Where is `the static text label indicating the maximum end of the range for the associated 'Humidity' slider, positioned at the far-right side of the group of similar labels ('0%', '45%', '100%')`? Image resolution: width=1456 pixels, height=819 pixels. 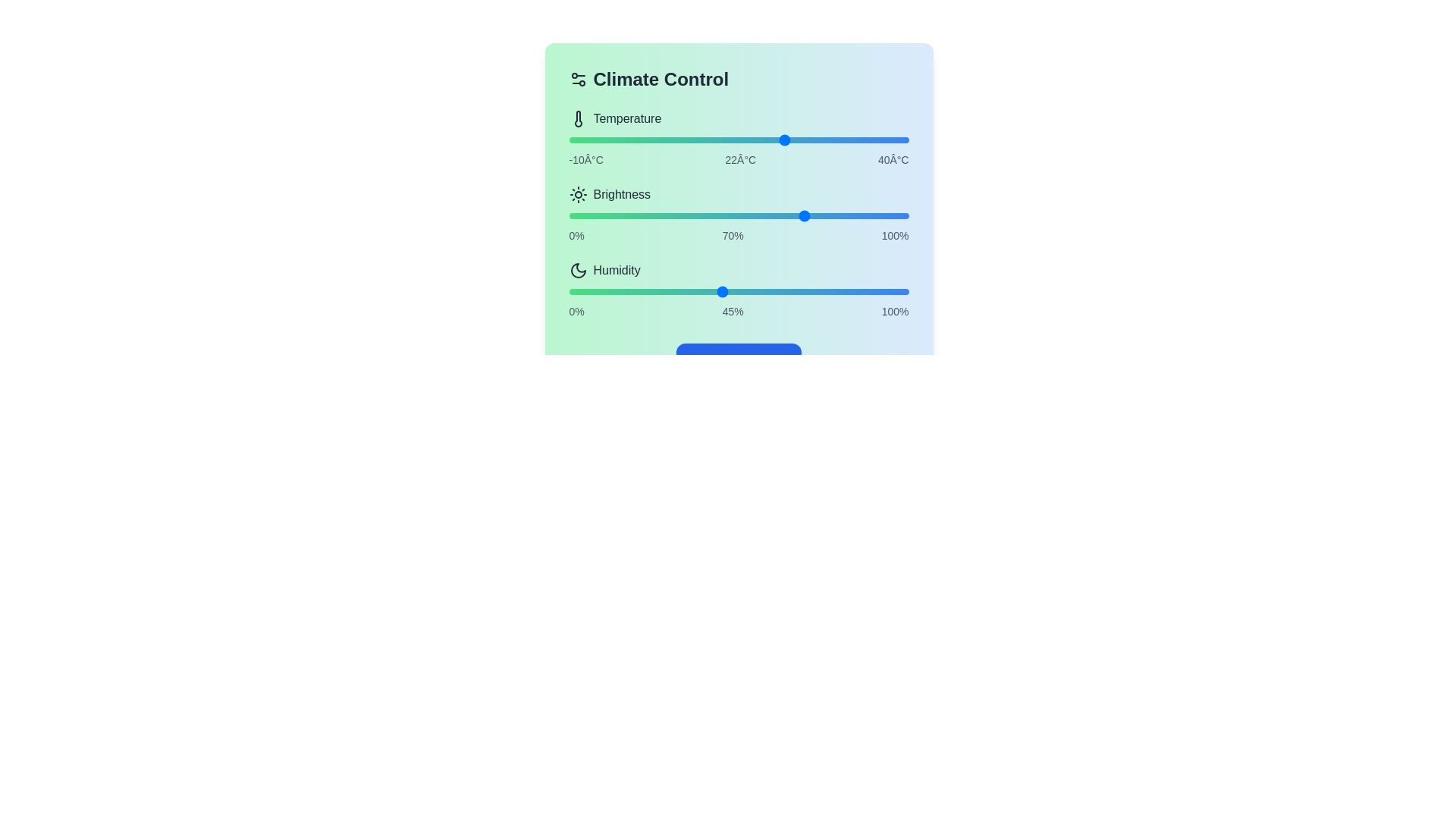 the static text label indicating the maximum end of the range for the associated 'Humidity' slider, positioned at the far-right side of the group of similar labels ('0%', '45%', '100%') is located at coordinates (895, 311).